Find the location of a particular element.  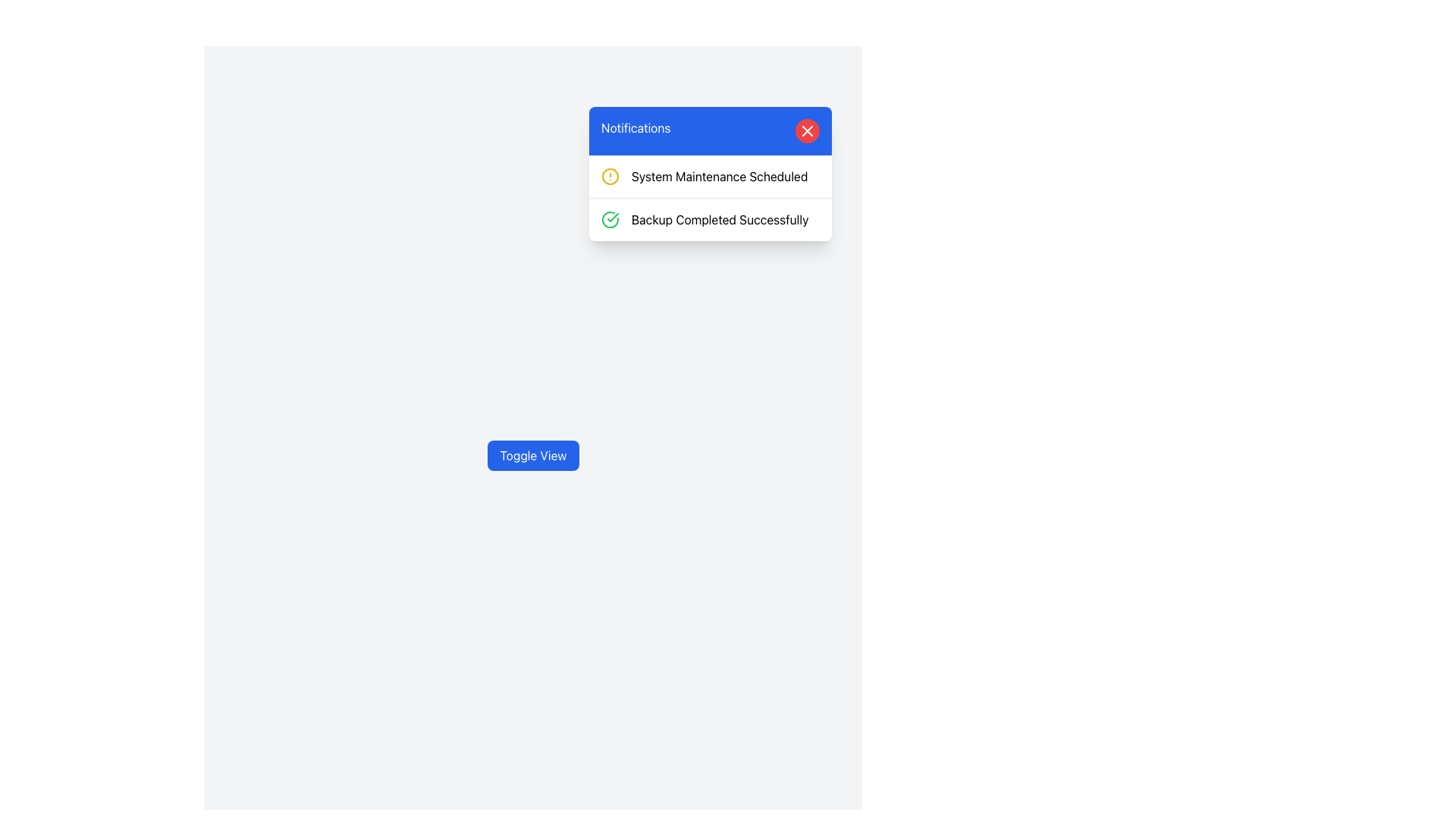

the first notification entry that informs the user about scheduled system maintenance, located directly below the 'Notifications' header is located at coordinates (709, 175).